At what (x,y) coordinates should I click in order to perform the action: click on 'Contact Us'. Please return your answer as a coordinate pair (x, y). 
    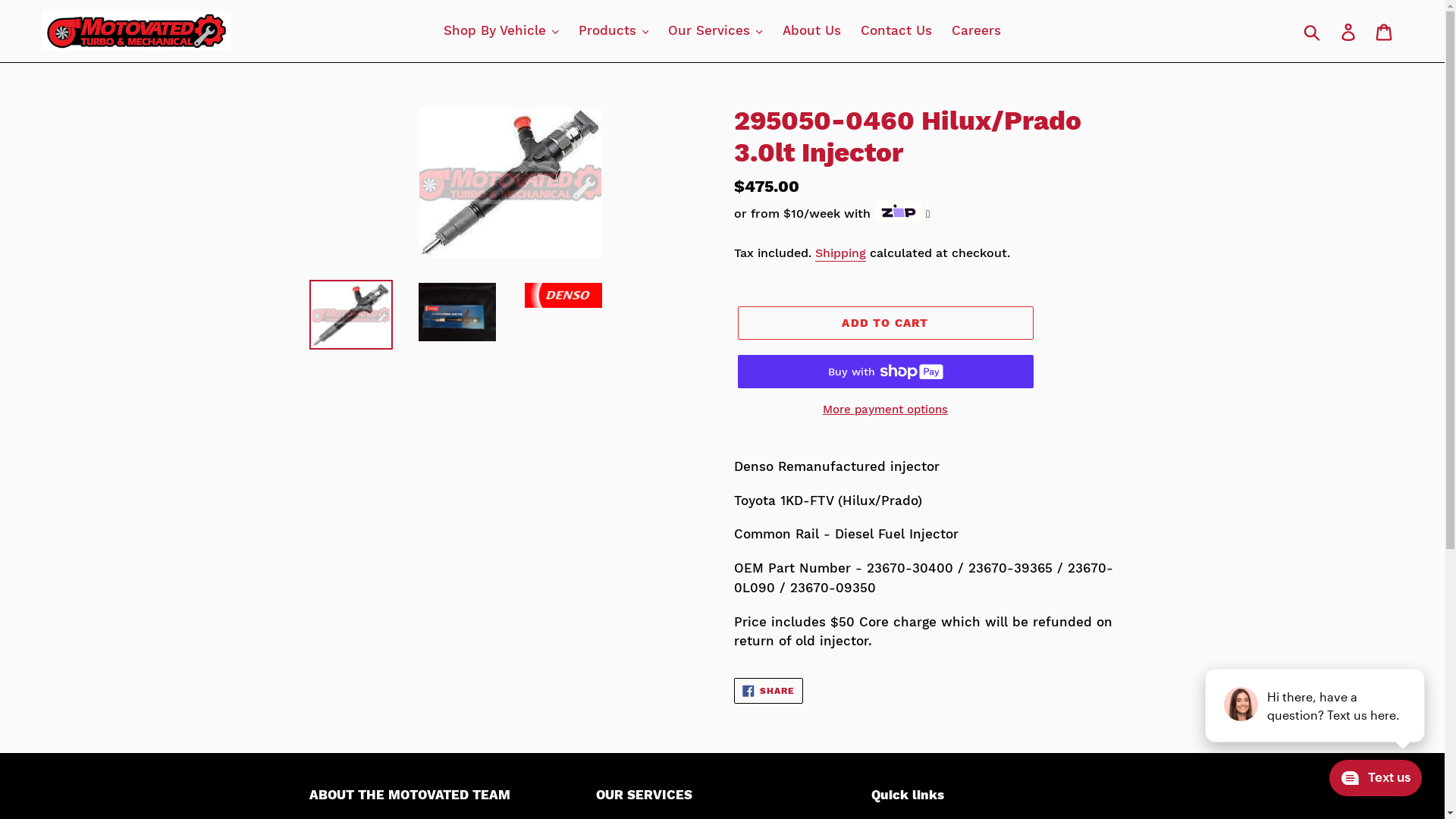
    Looking at the image, I should click on (896, 31).